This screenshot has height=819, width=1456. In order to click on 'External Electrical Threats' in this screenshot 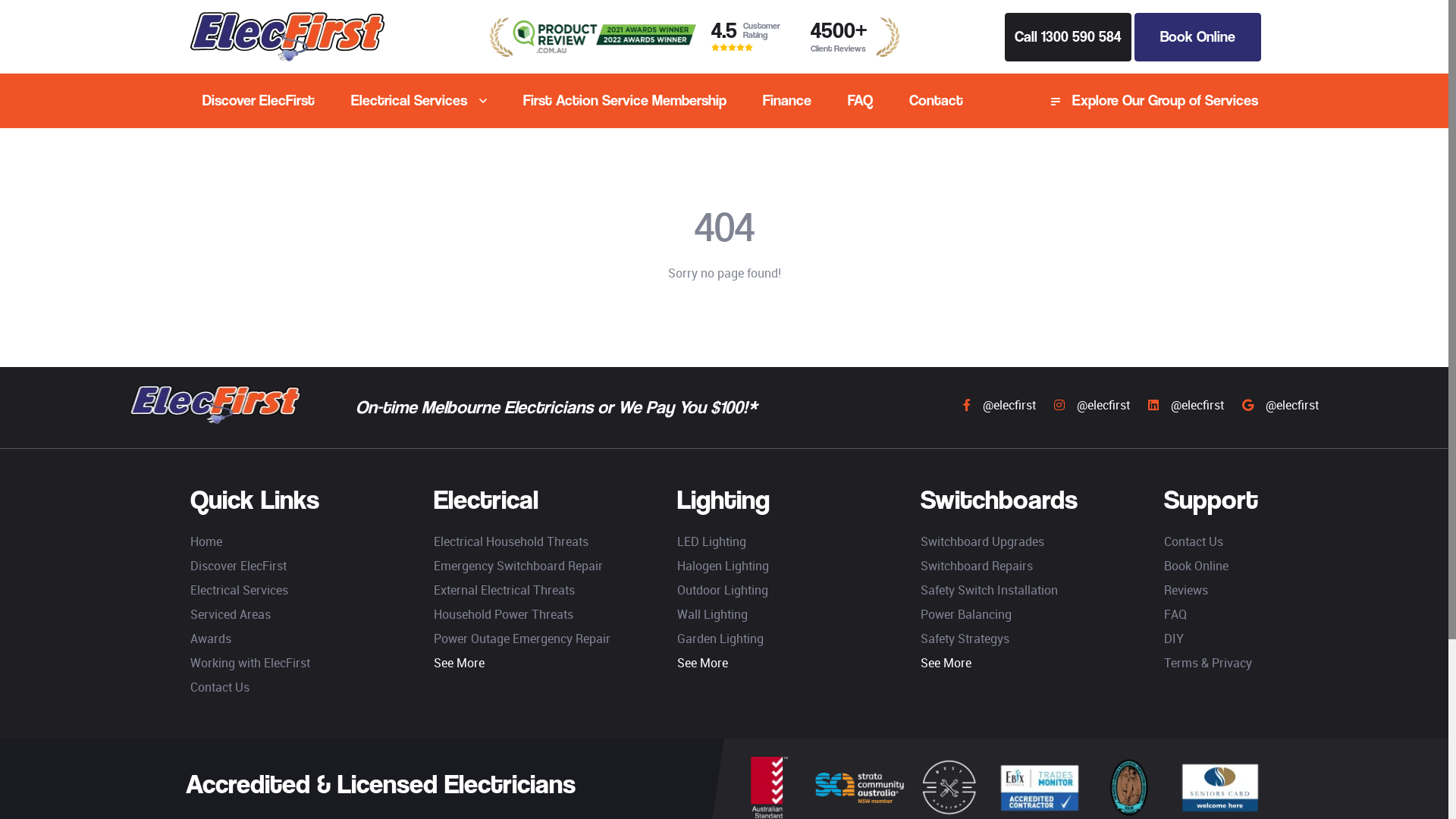, I will do `click(504, 589)`.